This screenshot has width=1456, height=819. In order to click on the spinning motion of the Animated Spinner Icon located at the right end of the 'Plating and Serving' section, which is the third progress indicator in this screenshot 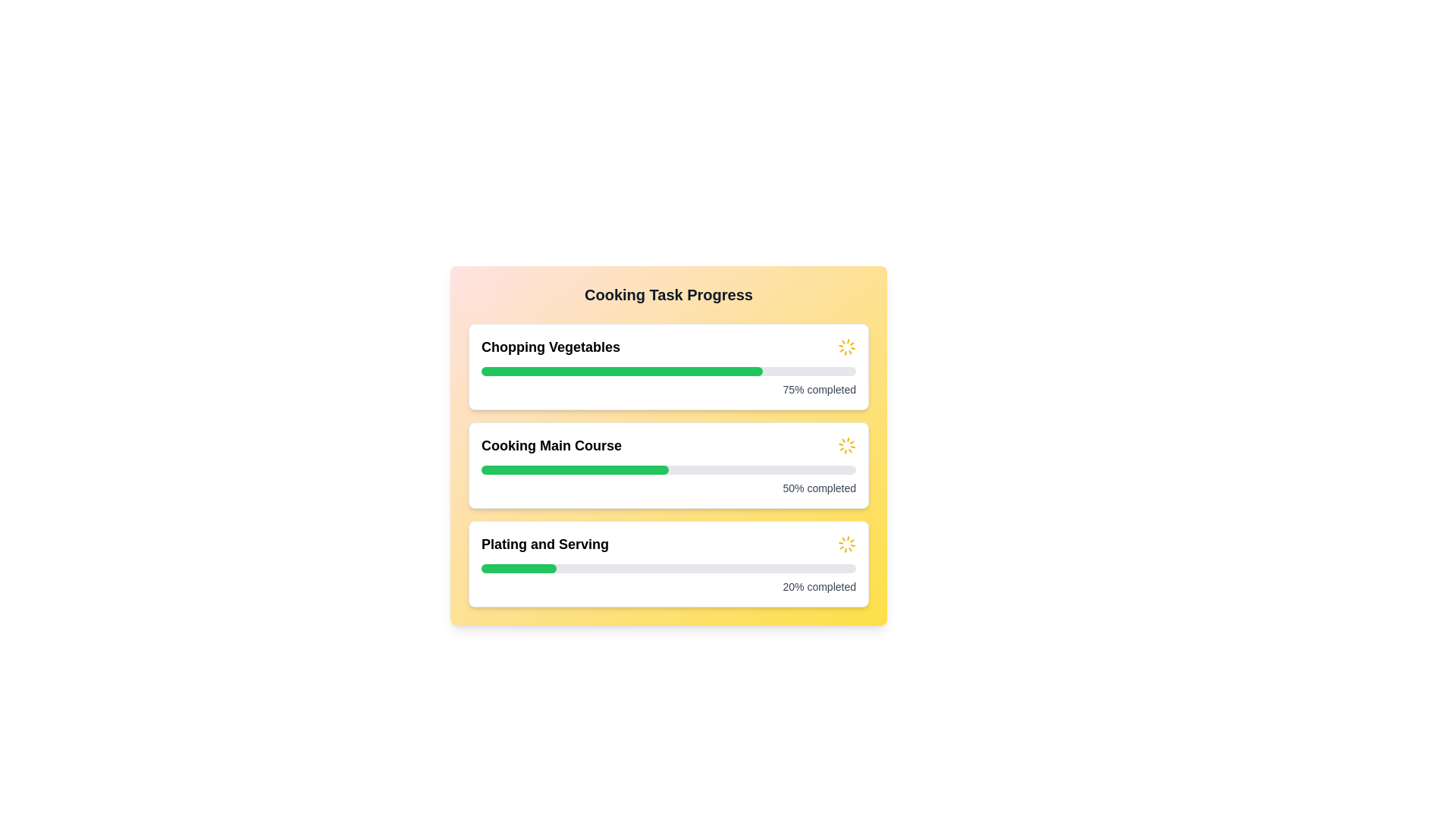, I will do `click(846, 543)`.